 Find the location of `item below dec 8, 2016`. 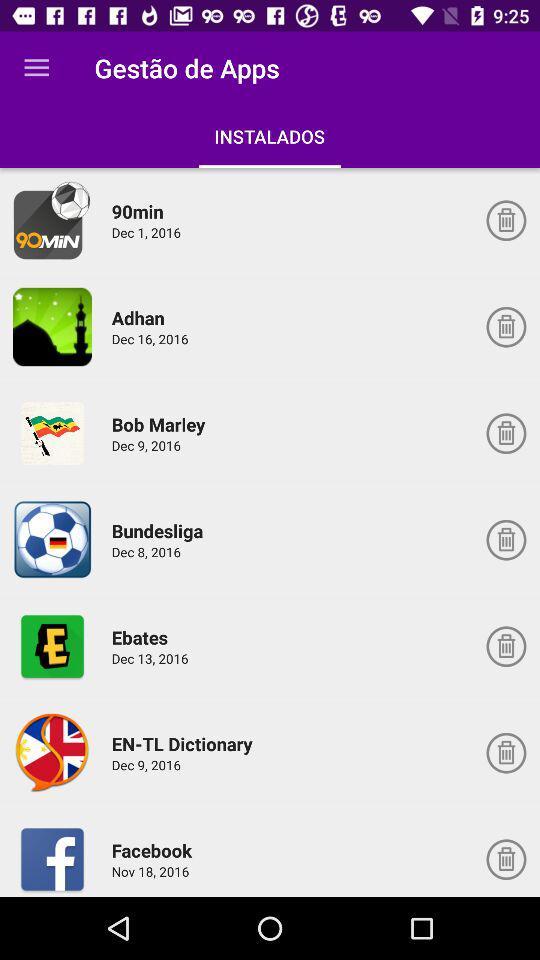

item below dec 8, 2016 is located at coordinates (142, 636).